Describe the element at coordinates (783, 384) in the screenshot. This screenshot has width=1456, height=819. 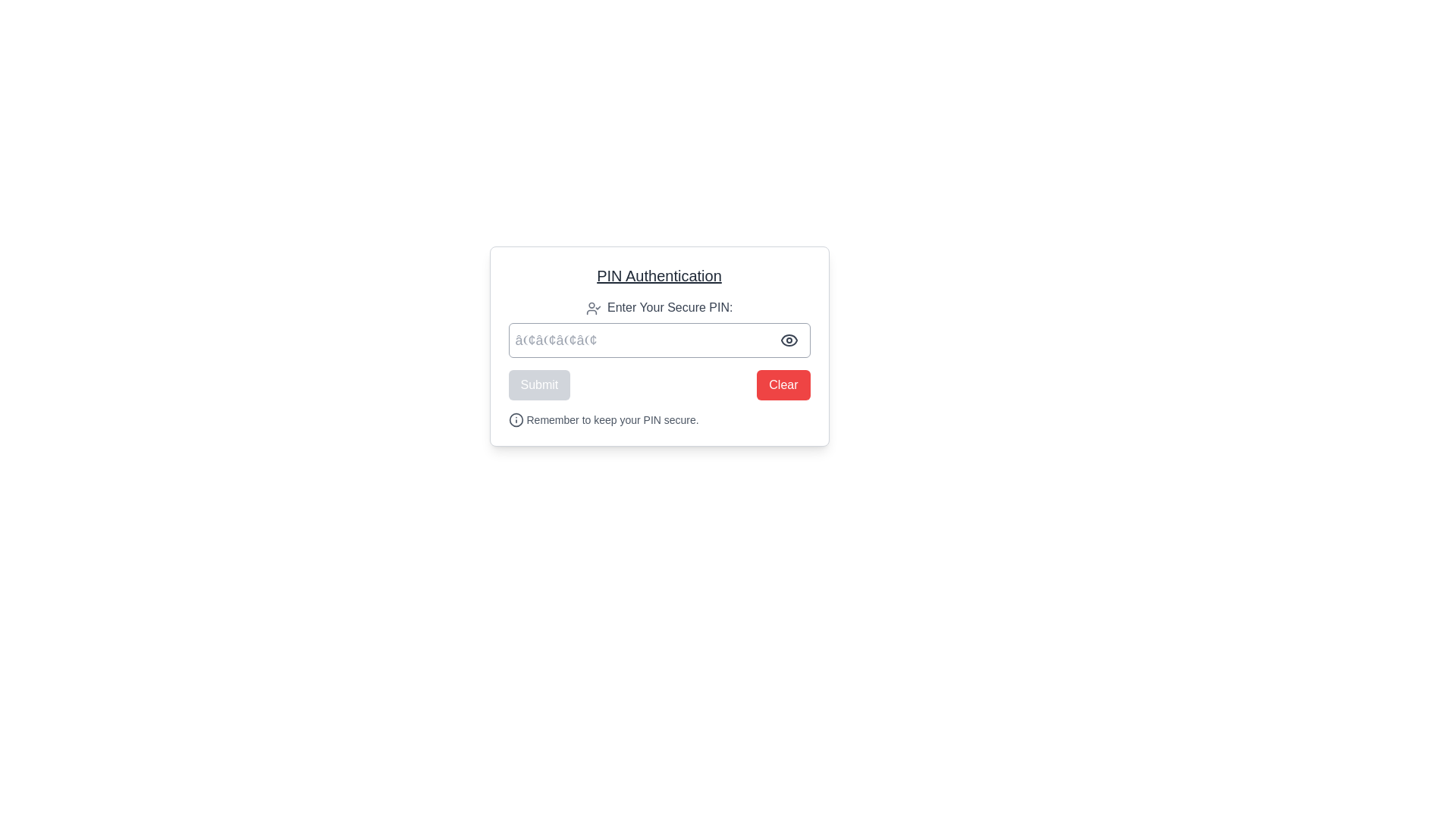
I see `the clear button located at the bottom-right corner of the dialog box to clear the current input or data in the associated form` at that location.